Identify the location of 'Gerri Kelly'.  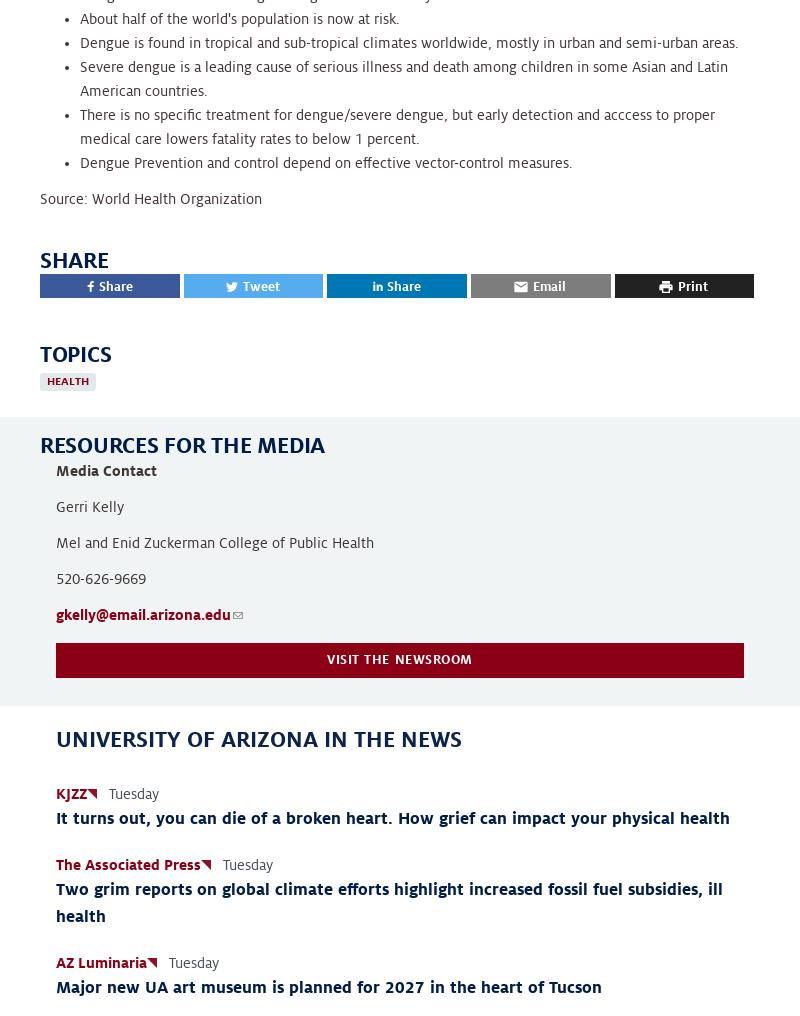
(90, 506).